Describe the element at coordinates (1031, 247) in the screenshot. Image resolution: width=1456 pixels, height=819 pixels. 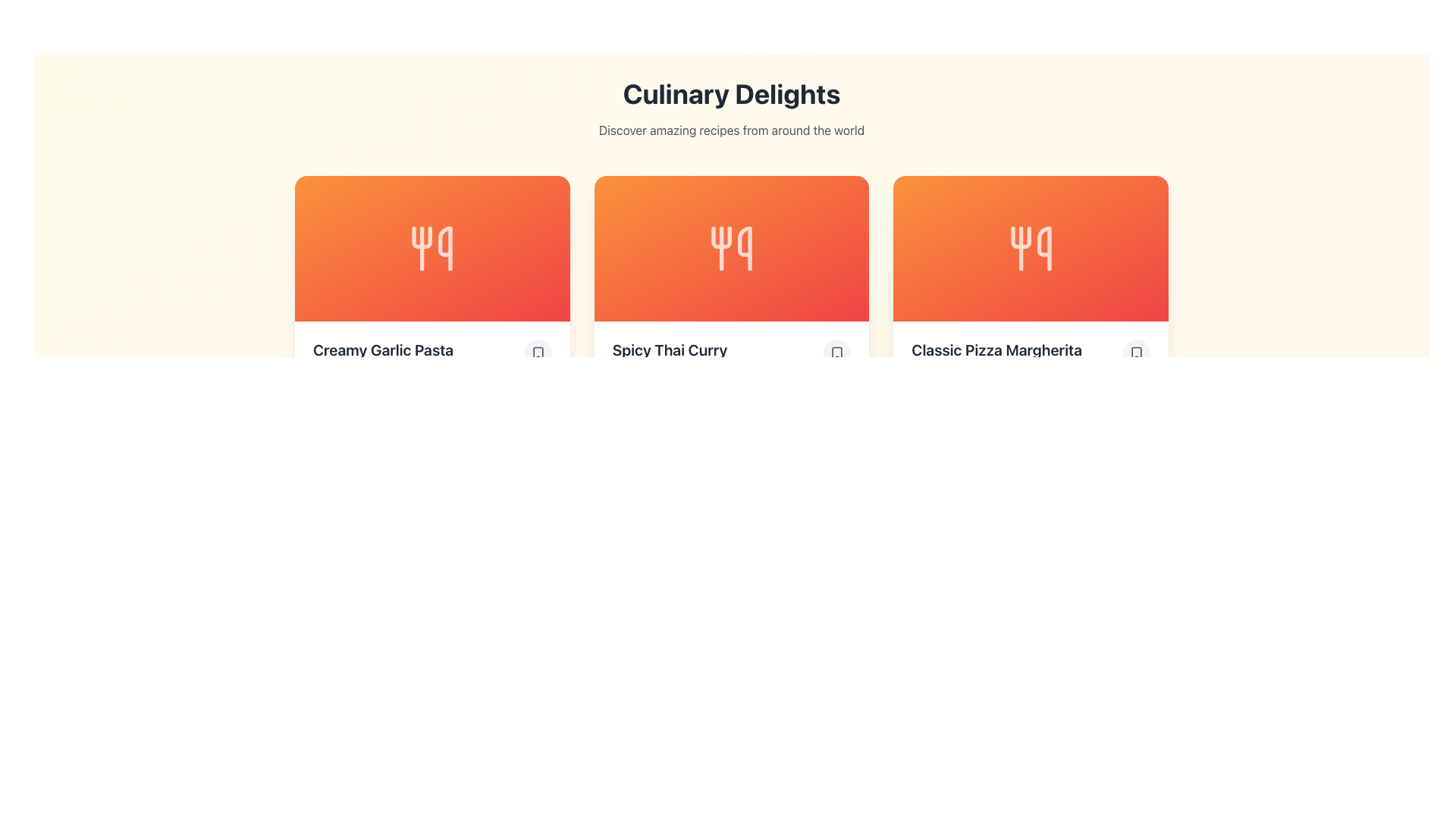
I see `the icon representing 'Spicy Thai Curry' located at the center of the middle card in the three-card layout under 'Culinary Delights'` at that location.